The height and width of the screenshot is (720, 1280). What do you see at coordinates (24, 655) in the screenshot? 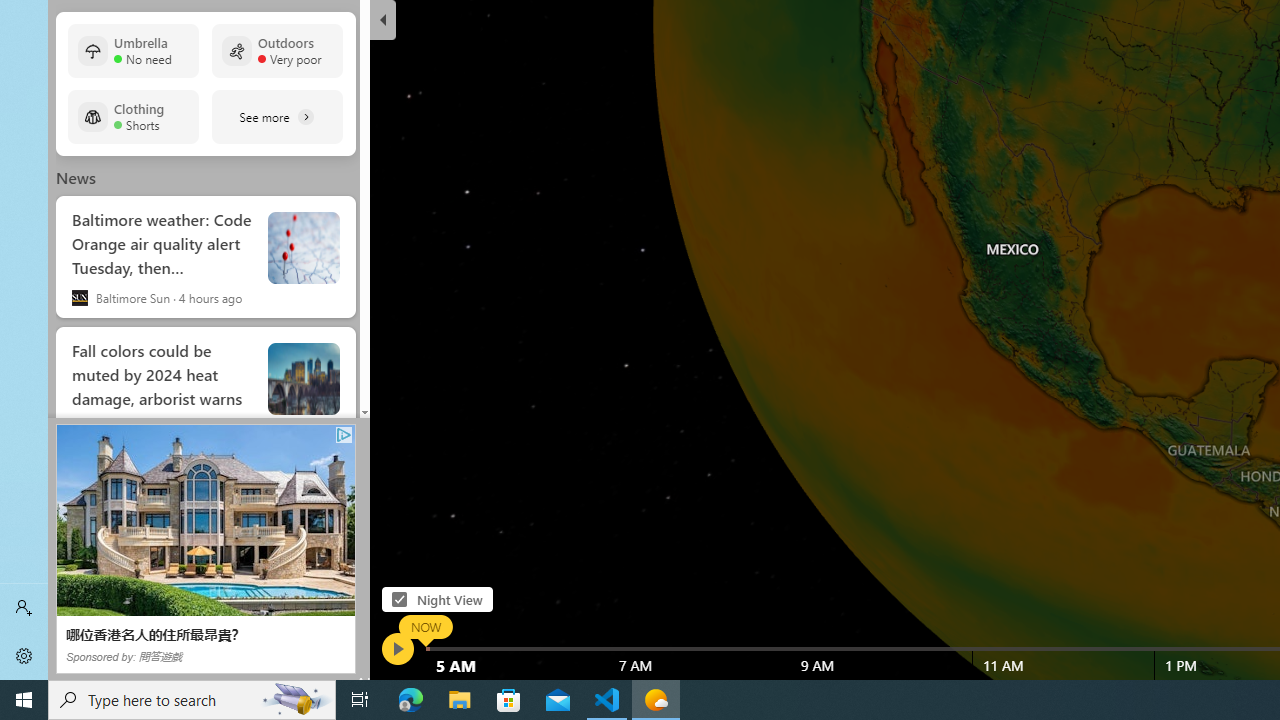
I see `'Settings'` at bounding box center [24, 655].